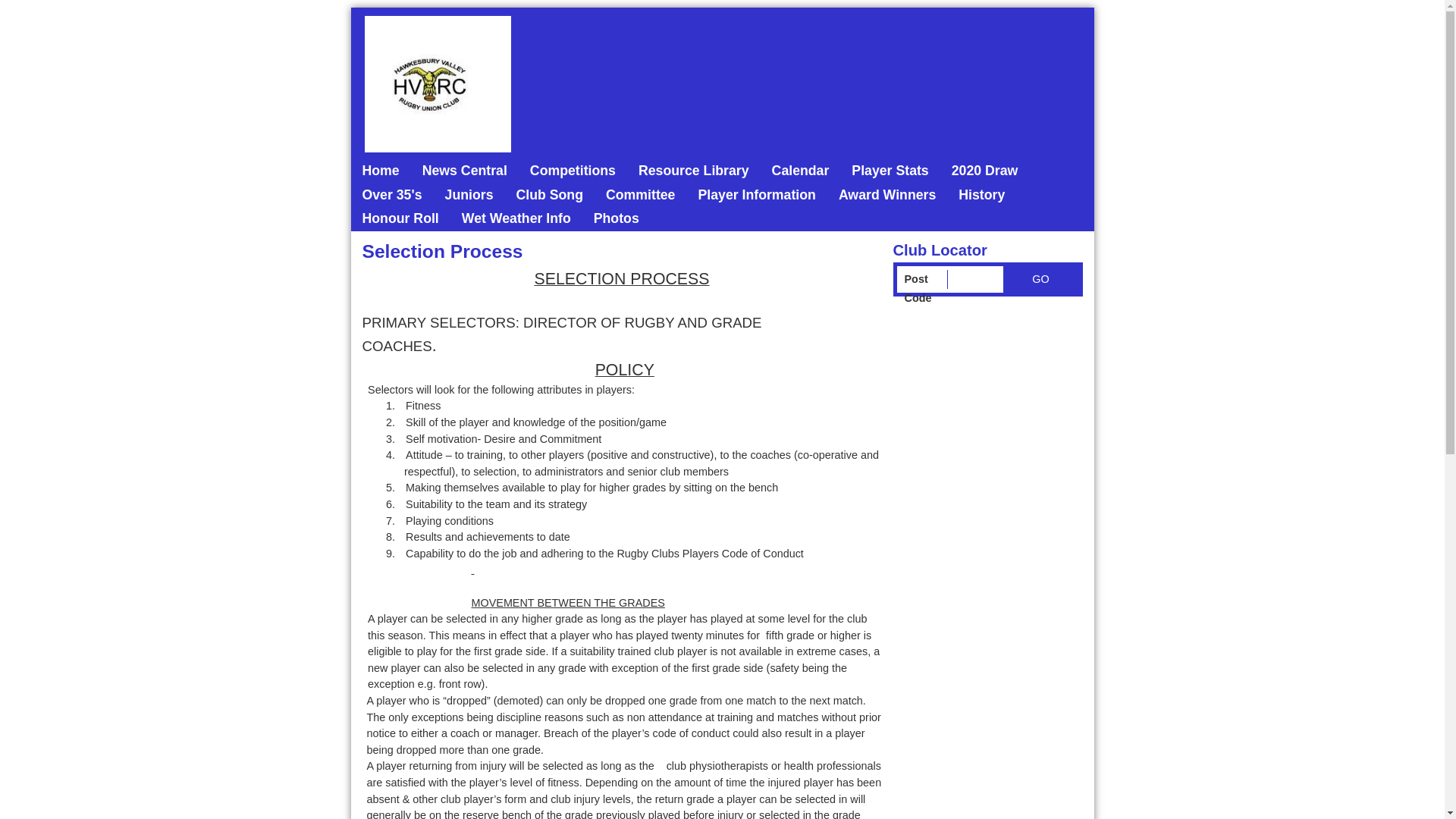  I want to click on 'Player Information', so click(756, 195).